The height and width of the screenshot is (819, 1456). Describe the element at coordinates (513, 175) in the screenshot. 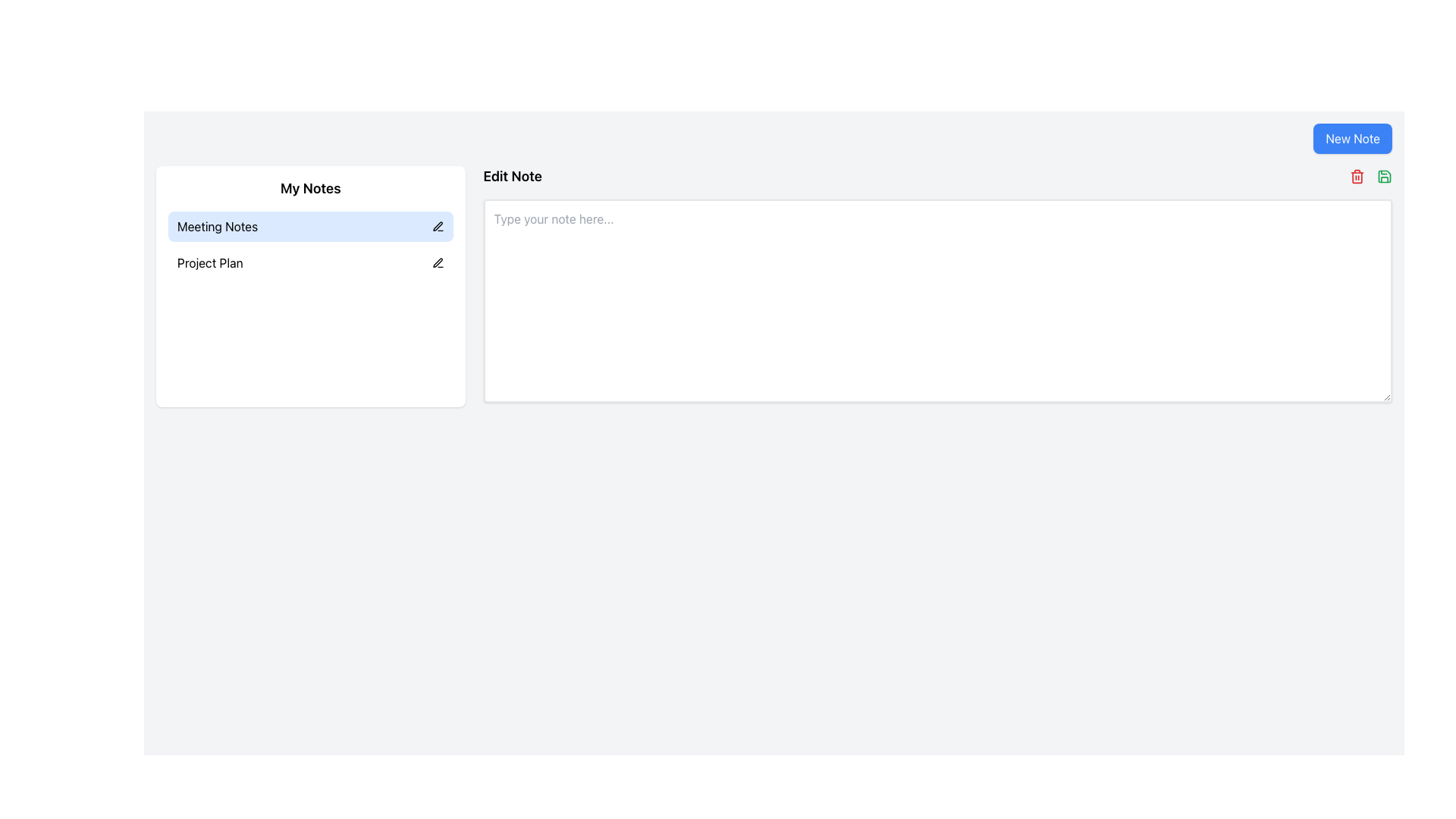

I see `the static text label displaying 'Edit Note' which is positioned at the top-center of the interface in a bold font` at that location.